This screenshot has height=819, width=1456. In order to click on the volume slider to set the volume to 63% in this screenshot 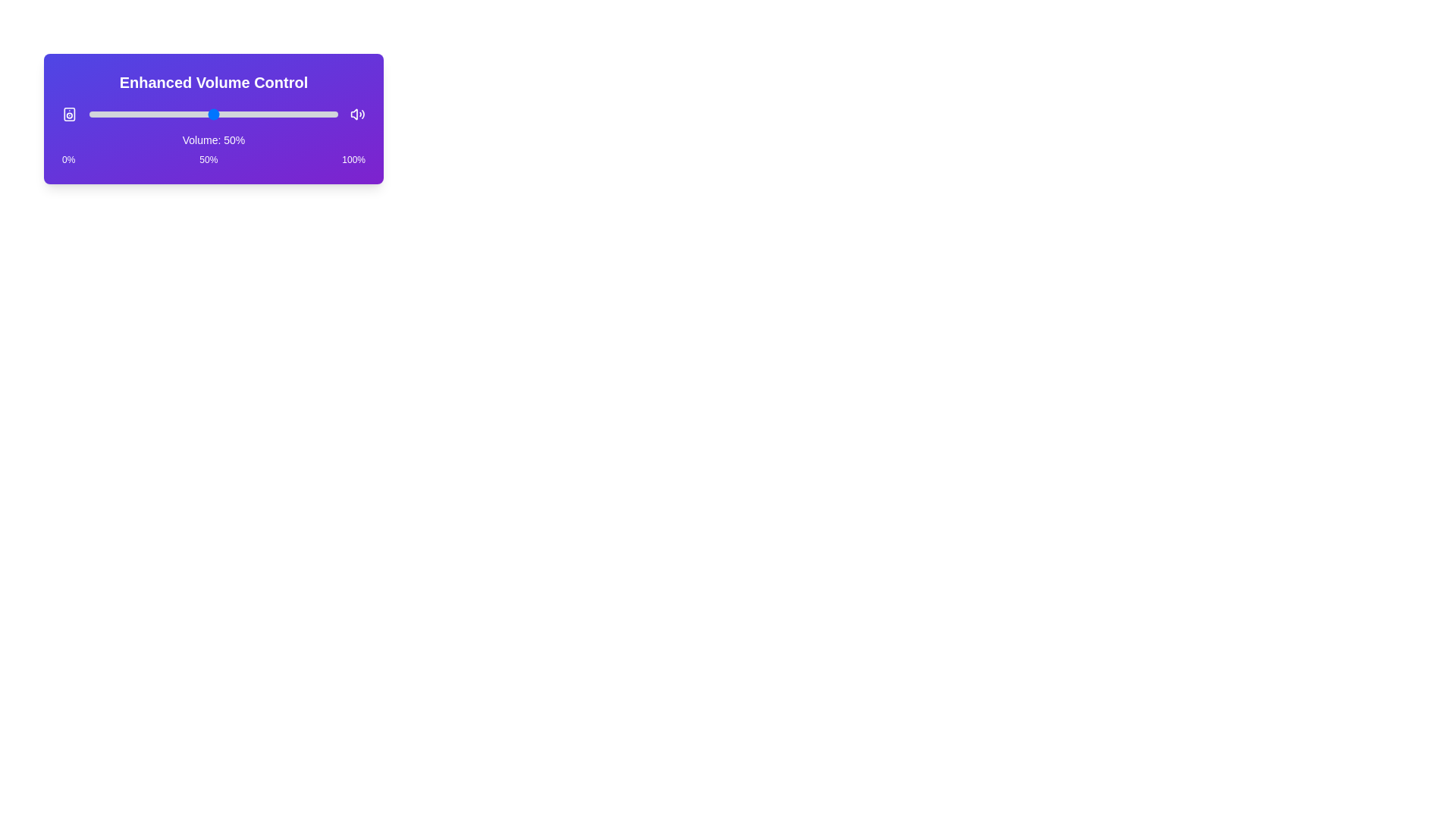, I will do `click(246, 113)`.